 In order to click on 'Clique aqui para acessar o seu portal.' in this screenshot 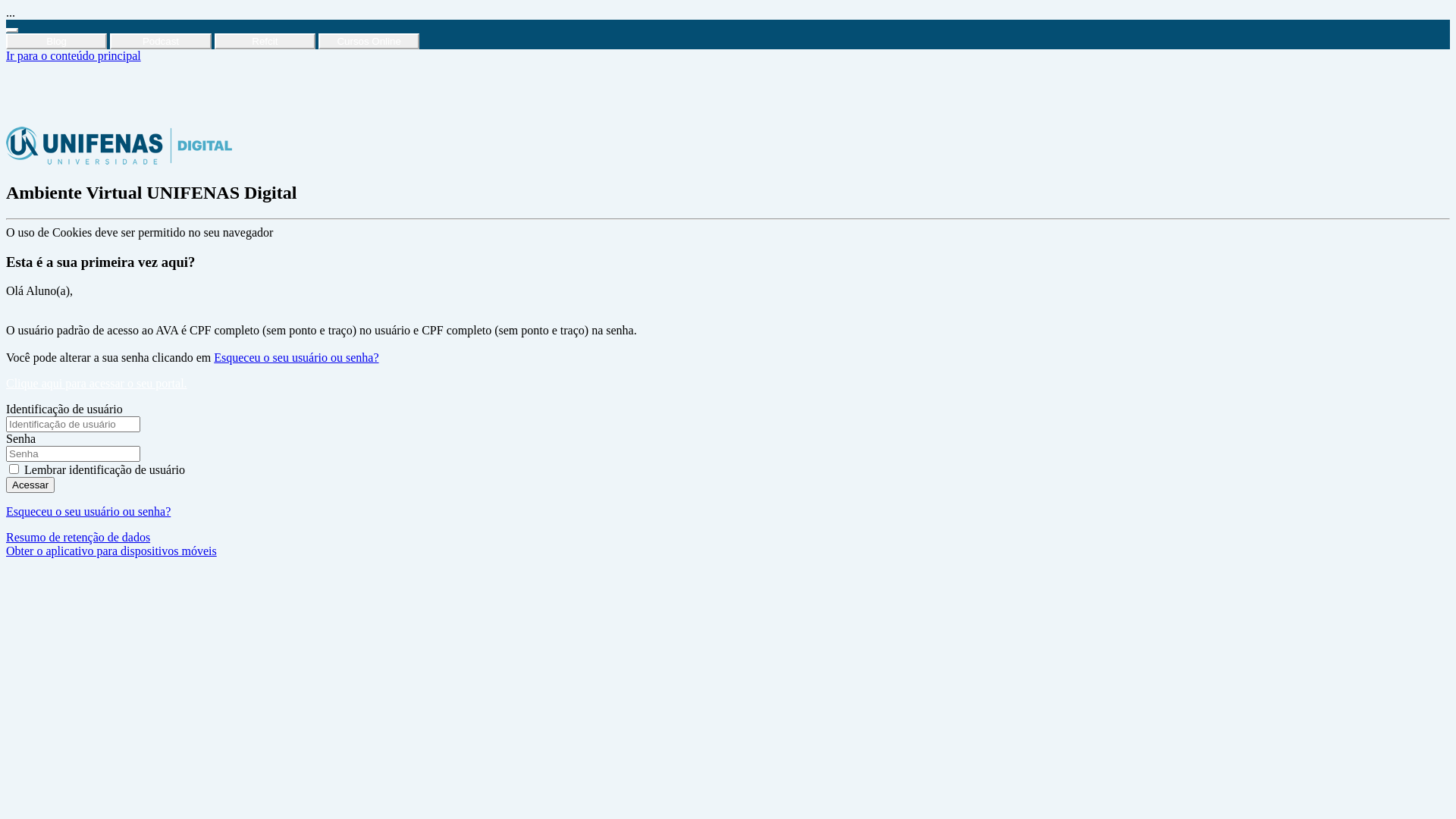, I will do `click(6, 382)`.